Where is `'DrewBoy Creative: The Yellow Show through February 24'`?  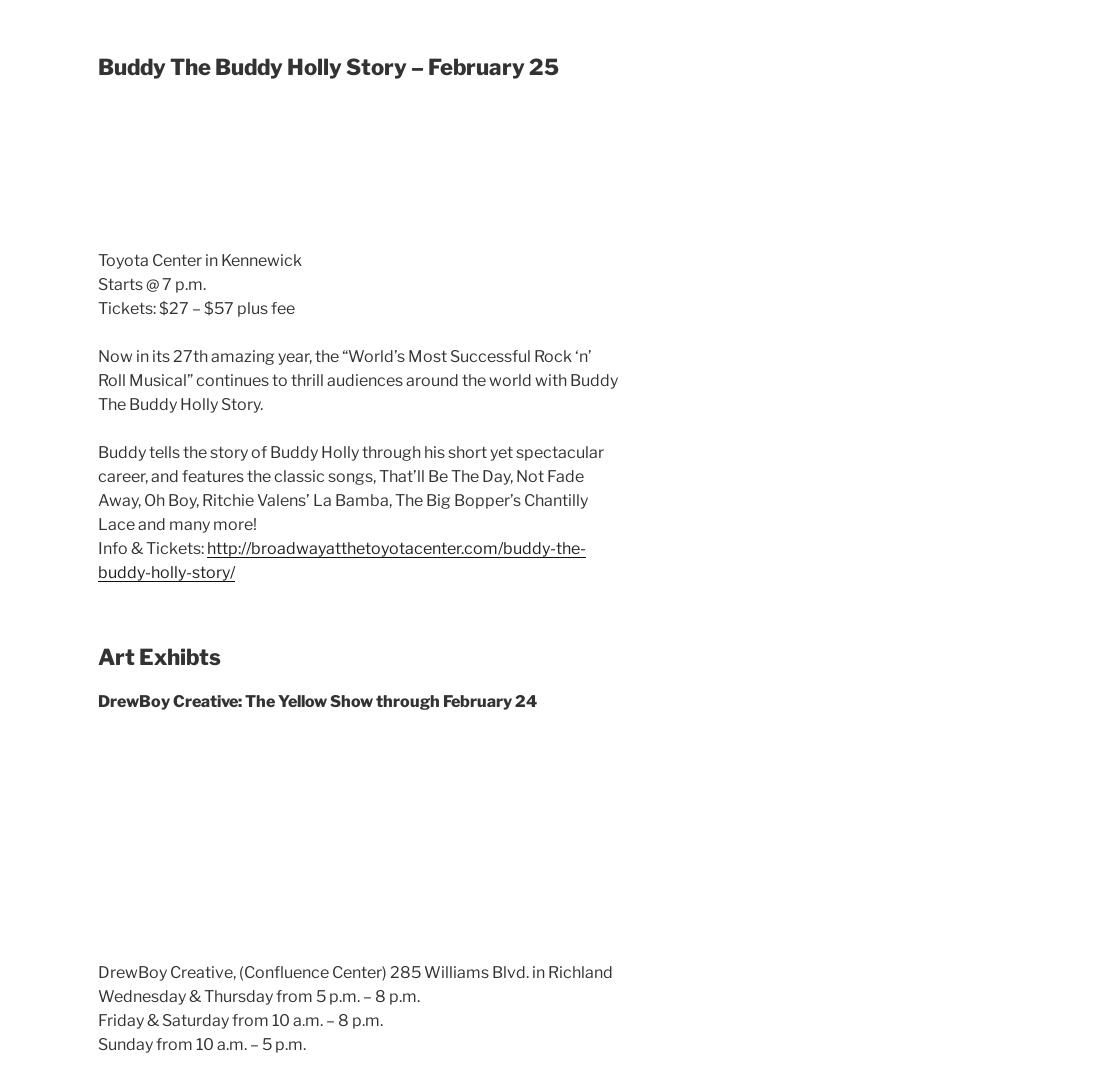 'DrewBoy Creative: The Yellow Show through February 24' is located at coordinates (316, 699).